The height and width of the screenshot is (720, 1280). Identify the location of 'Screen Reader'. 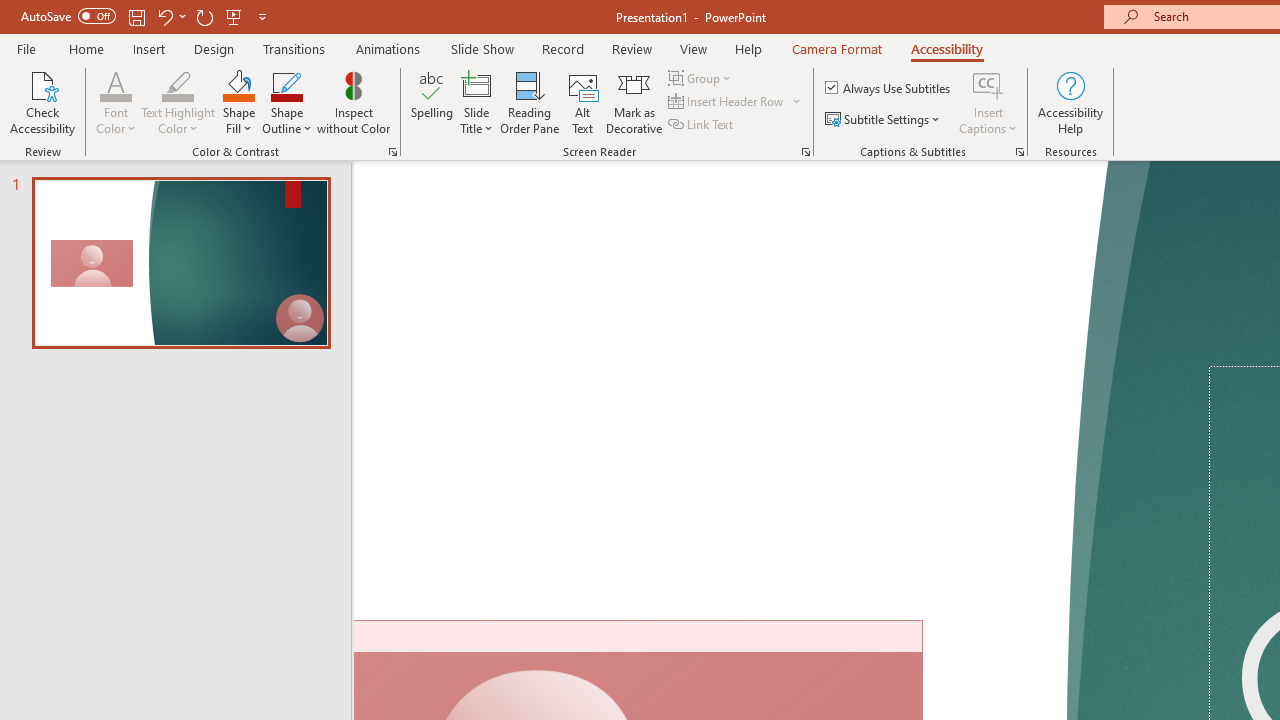
(805, 150).